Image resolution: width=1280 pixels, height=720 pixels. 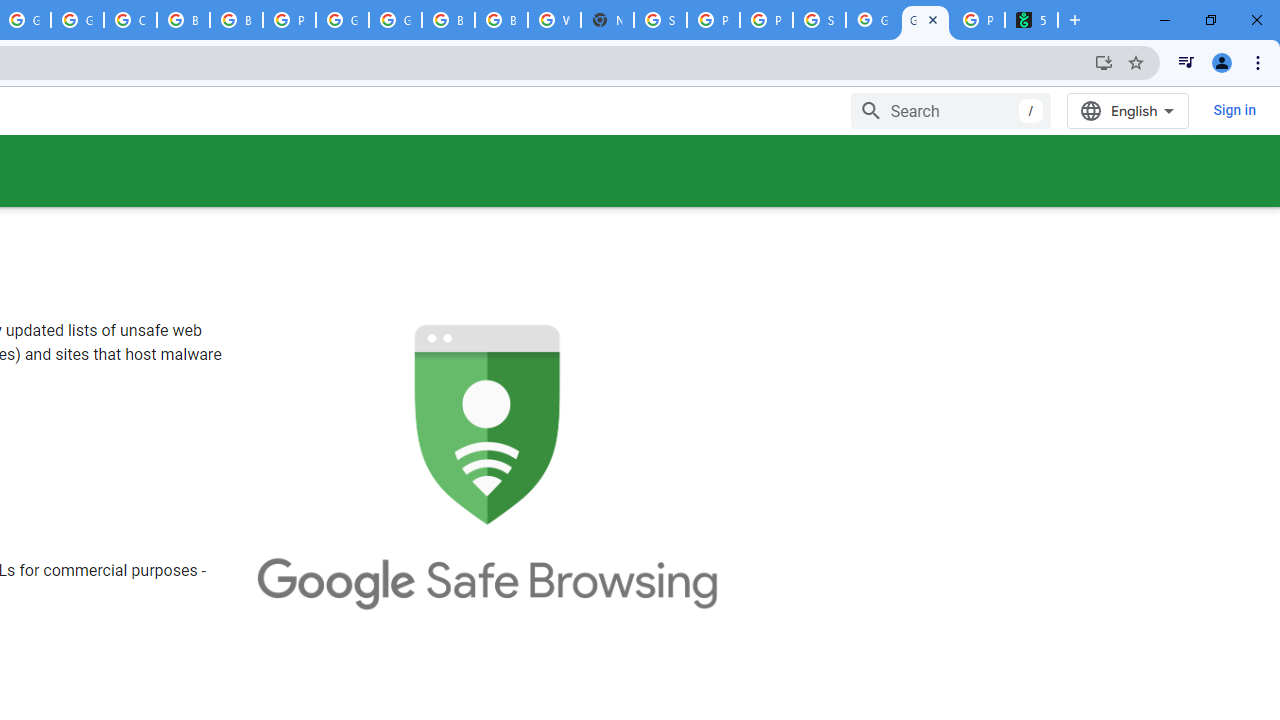 What do you see at coordinates (660, 20) in the screenshot?
I see `'Sign in - Google Accounts'` at bounding box center [660, 20].